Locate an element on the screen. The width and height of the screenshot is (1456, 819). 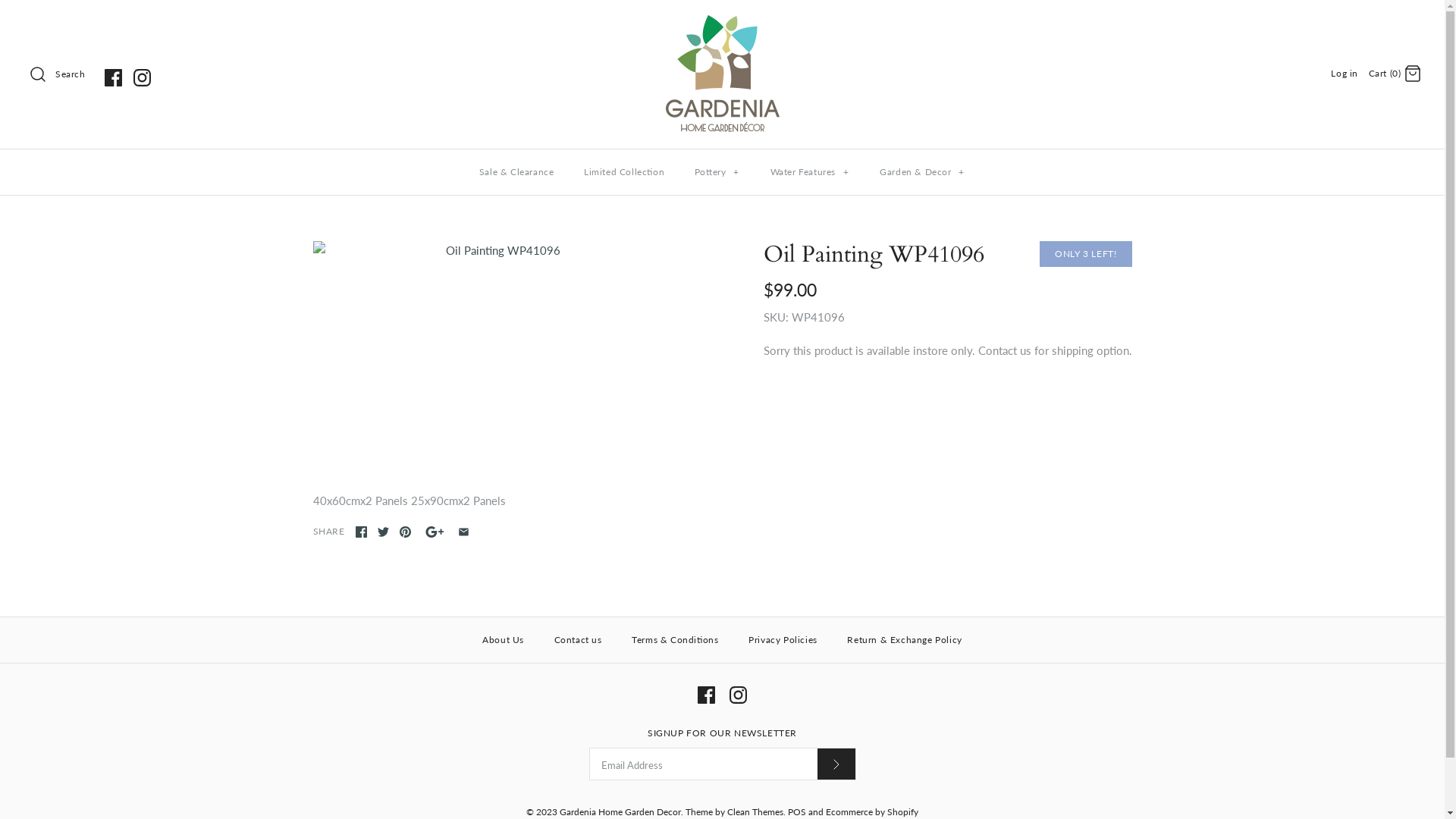
'Cart (0)' is located at coordinates (1395, 72).